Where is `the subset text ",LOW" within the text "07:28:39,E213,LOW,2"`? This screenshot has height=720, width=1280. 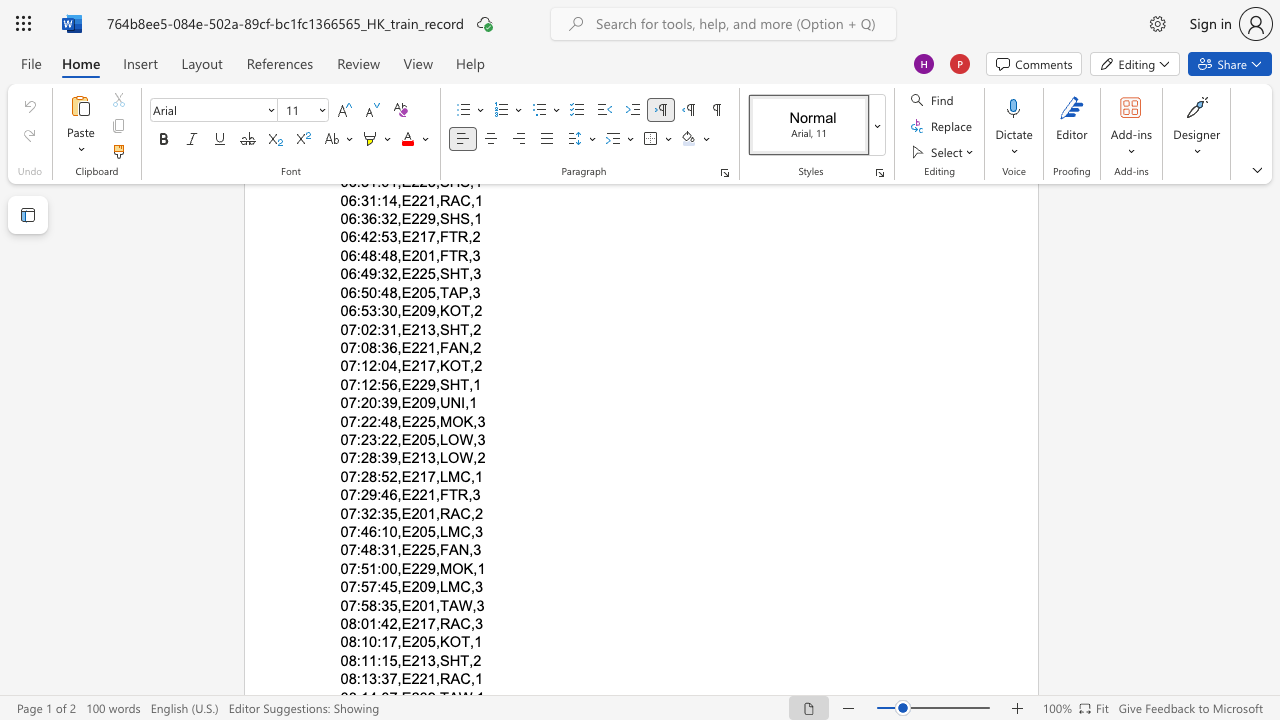 the subset text ",LOW" within the text "07:28:39,E213,LOW,2" is located at coordinates (434, 458).